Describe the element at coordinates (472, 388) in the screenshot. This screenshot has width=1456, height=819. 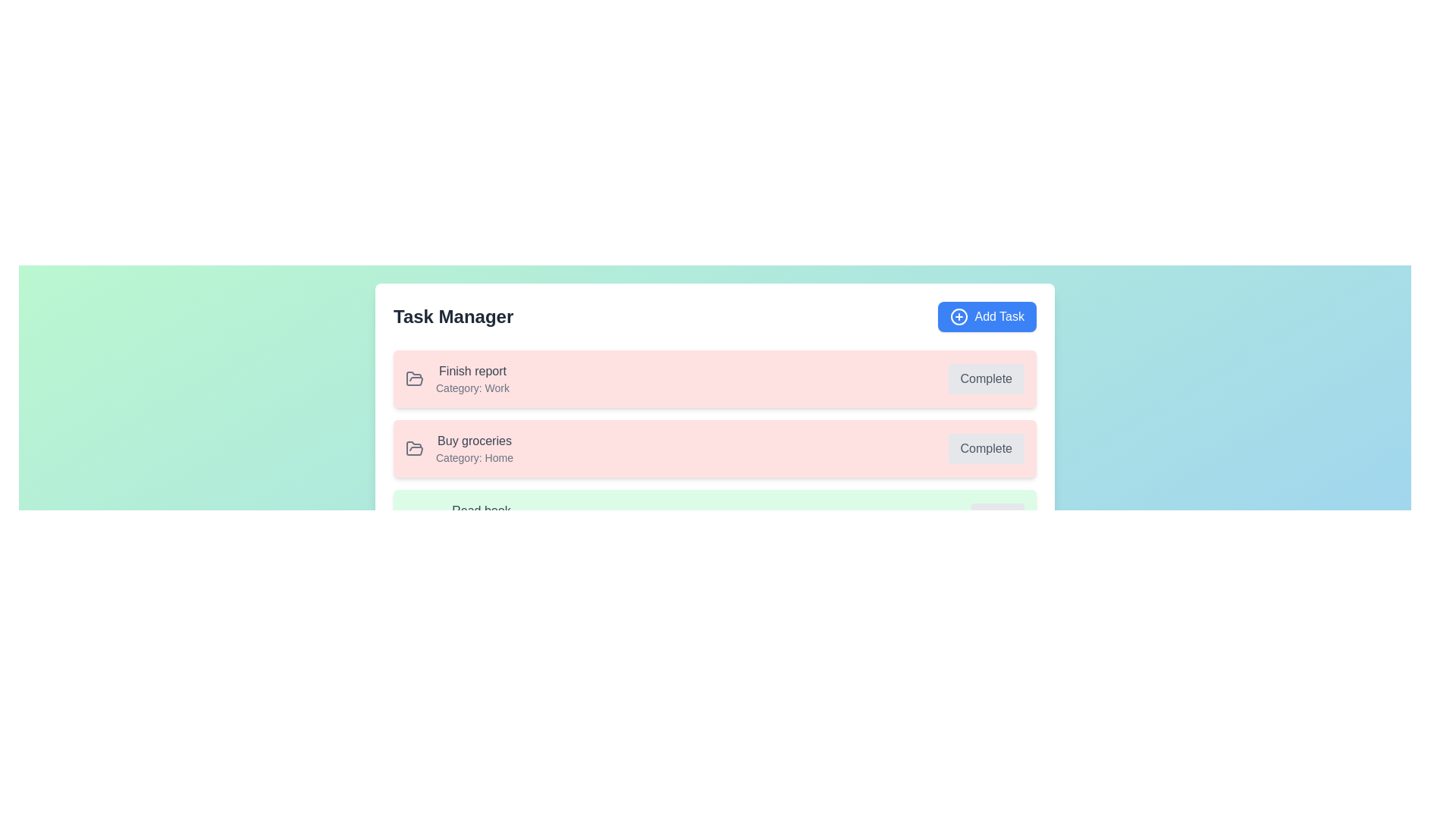
I see `the text label displaying 'Category: Work' which is styled in gray color and positioned within the 'Finish report' task card` at that location.